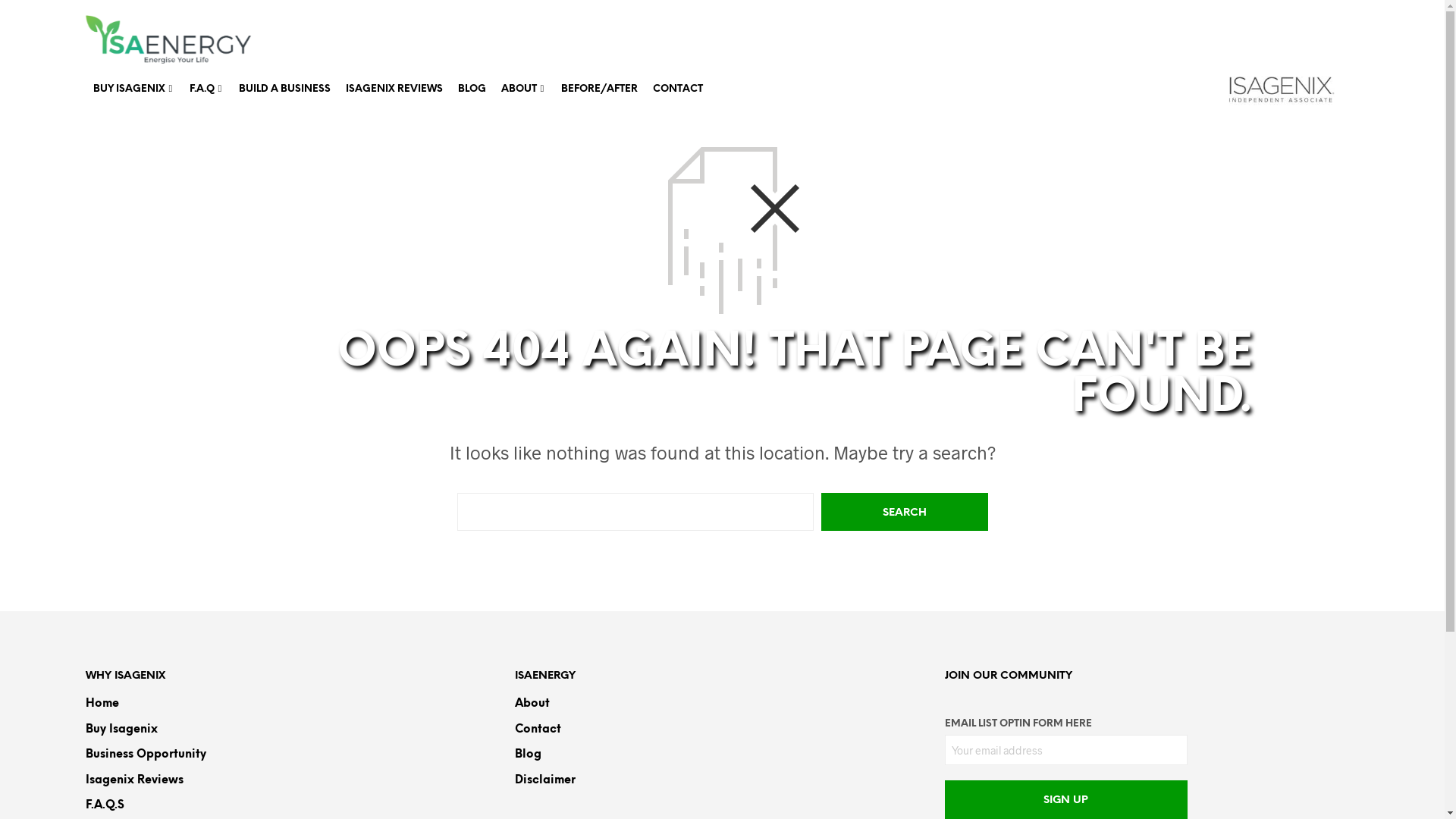 This screenshot has height=819, width=1456. Describe the element at coordinates (103, 804) in the screenshot. I see `'F.A.Q.S'` at that location.